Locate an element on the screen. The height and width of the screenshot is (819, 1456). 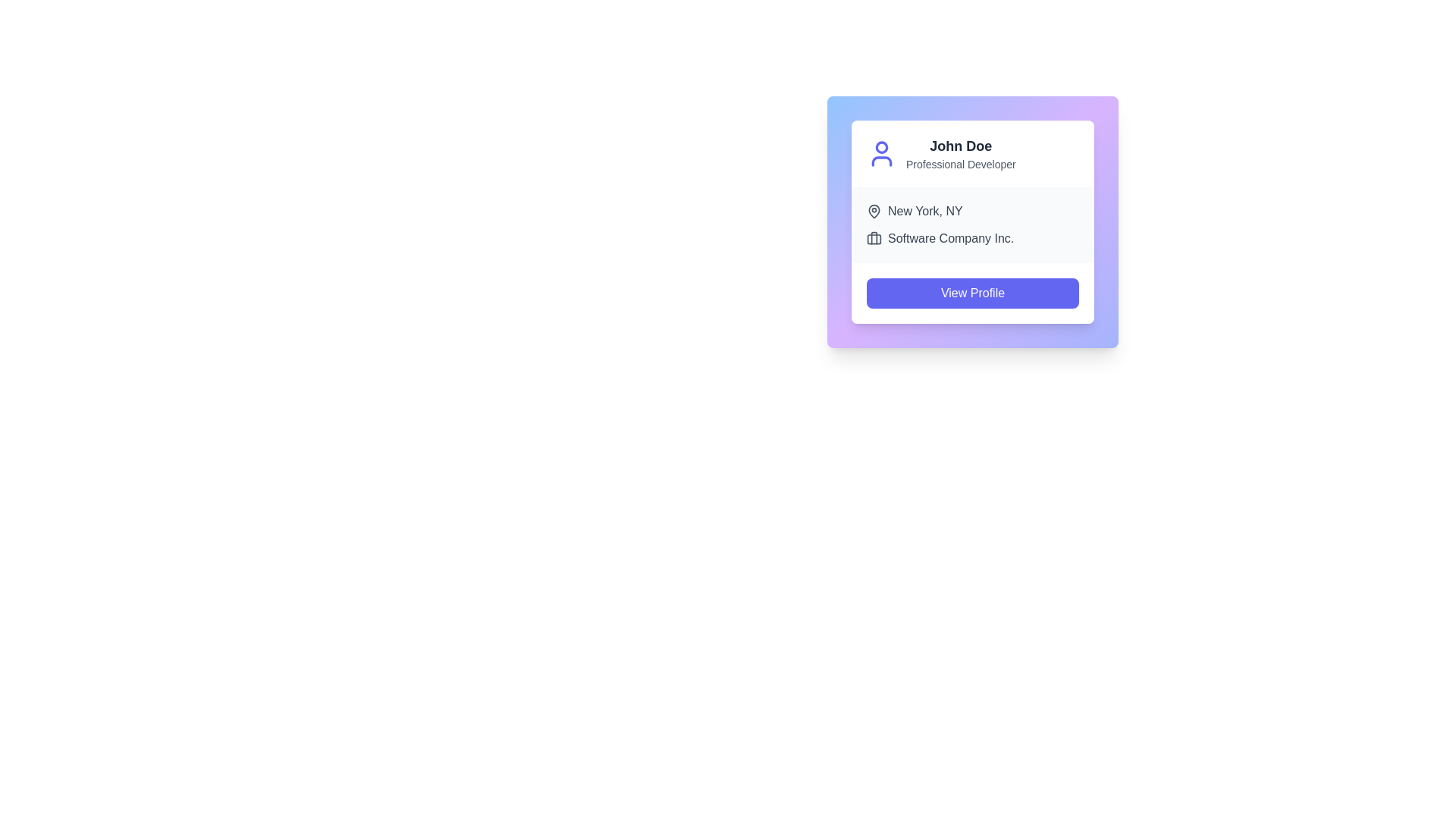
the user's name text element, which is prominently displayed at the top of the profile card above the 'Professional Developer' descriptor, centrally aligned horizontally is located at coordinates (960, 146).